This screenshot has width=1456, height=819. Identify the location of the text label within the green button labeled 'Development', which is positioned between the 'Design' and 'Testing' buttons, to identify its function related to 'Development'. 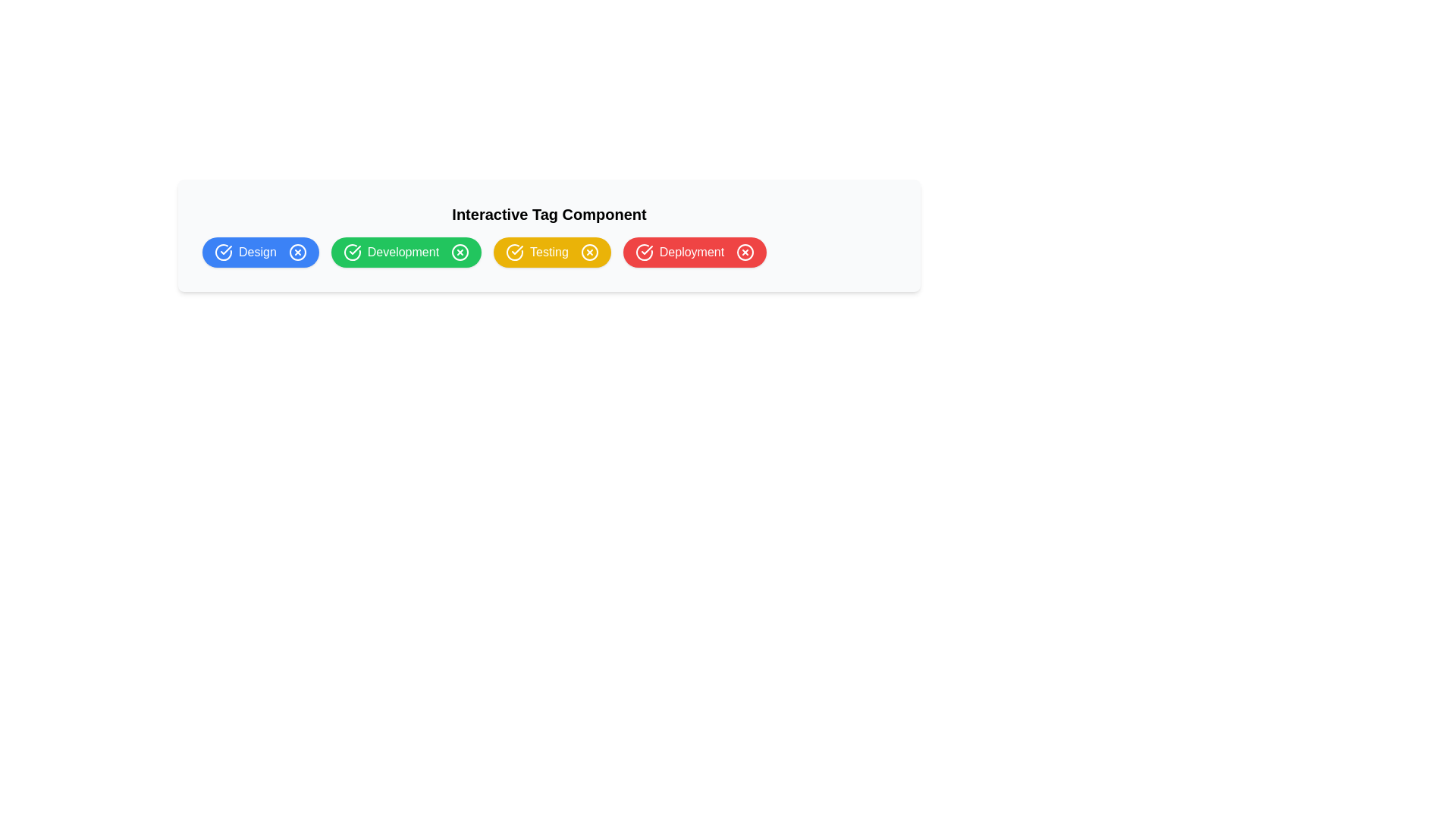
(403, 251).